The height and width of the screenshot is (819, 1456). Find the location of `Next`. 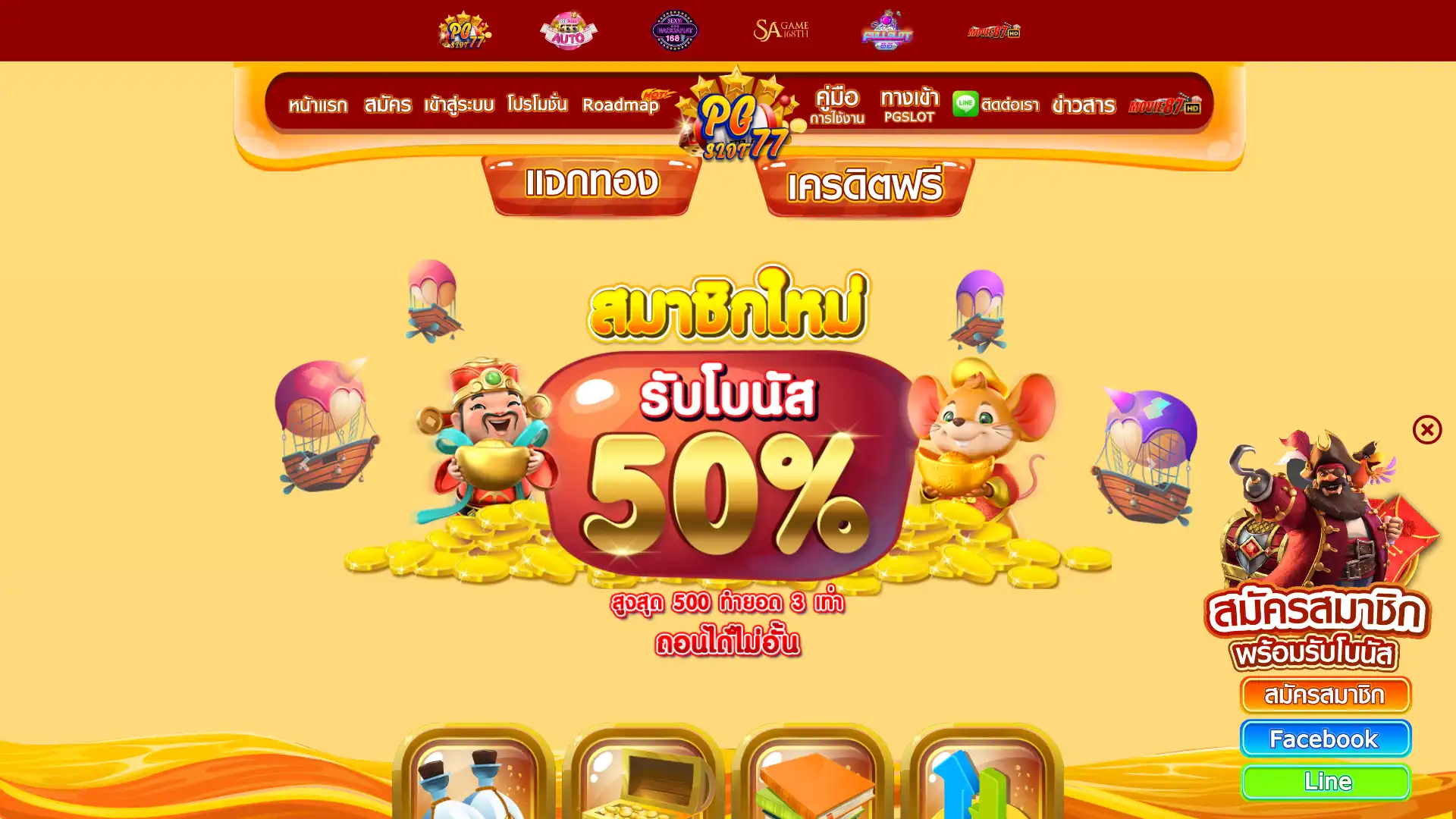

Next is located at coordinates (1150, 462).